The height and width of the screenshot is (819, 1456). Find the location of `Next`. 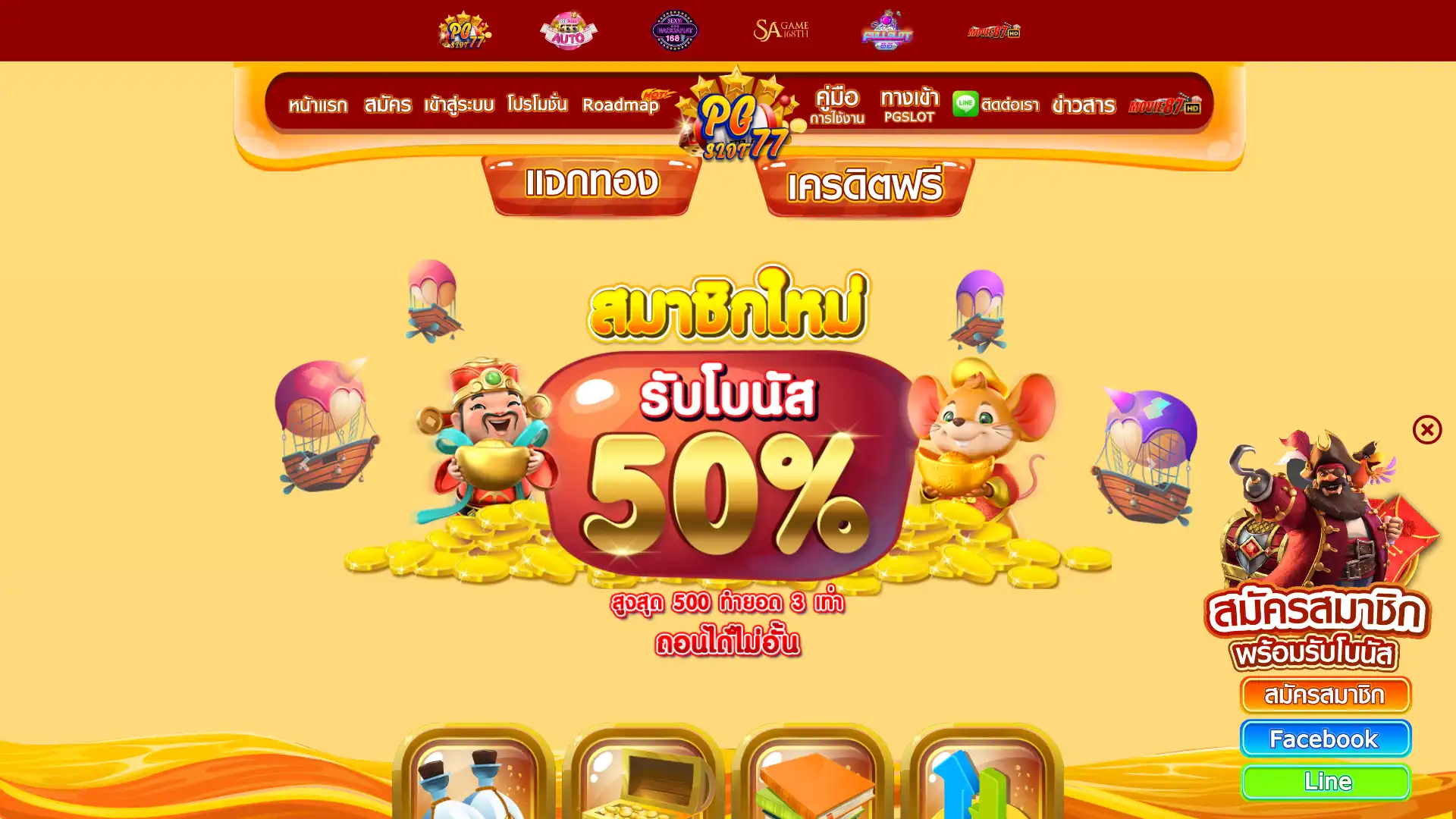

Next is located at coordinates (1150, 462).